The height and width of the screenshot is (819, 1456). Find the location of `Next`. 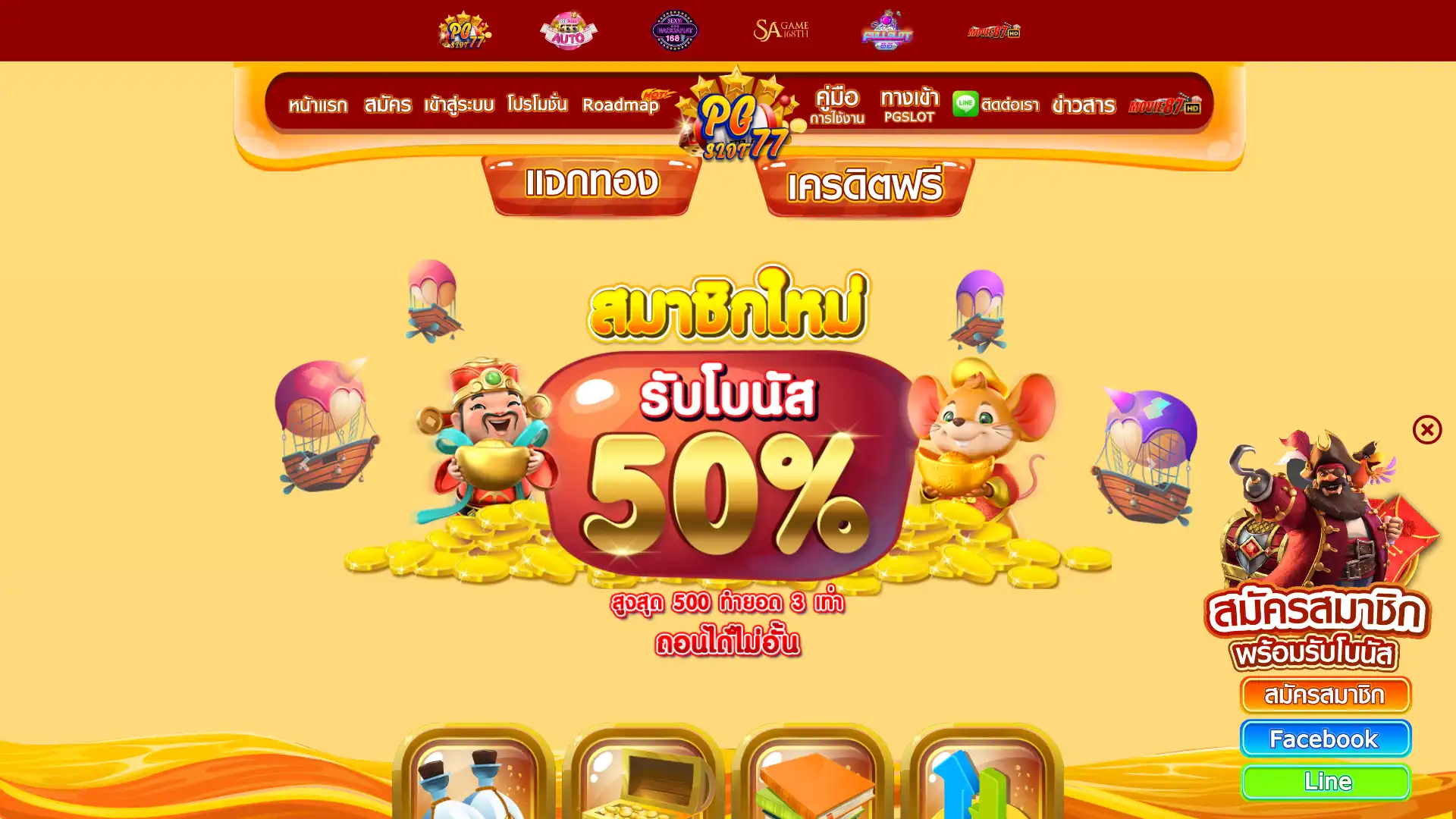

Next is located at coordinates (1150, 462).